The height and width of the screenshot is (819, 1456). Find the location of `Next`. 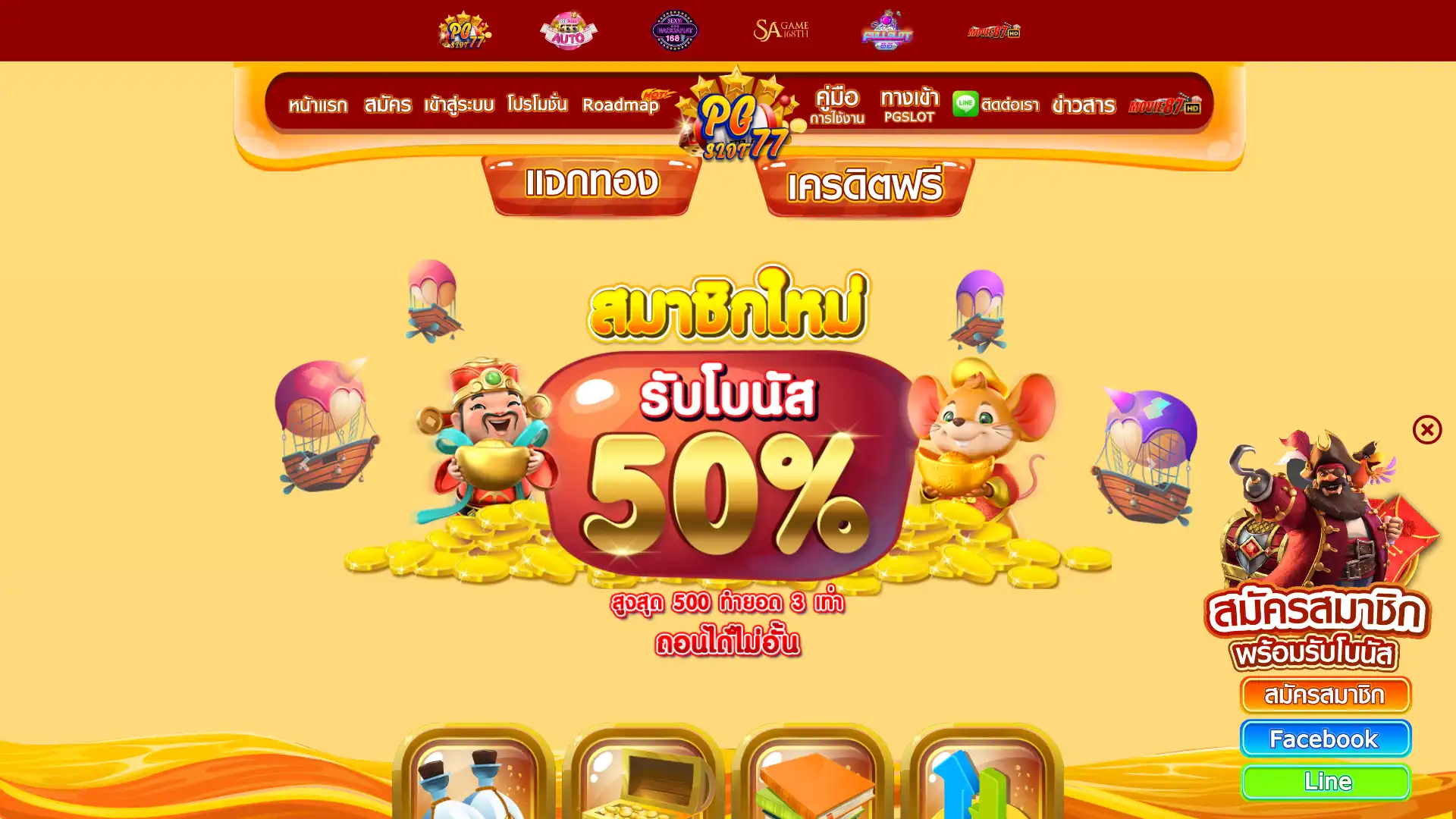

Next is located at coordinates (1150, 462).